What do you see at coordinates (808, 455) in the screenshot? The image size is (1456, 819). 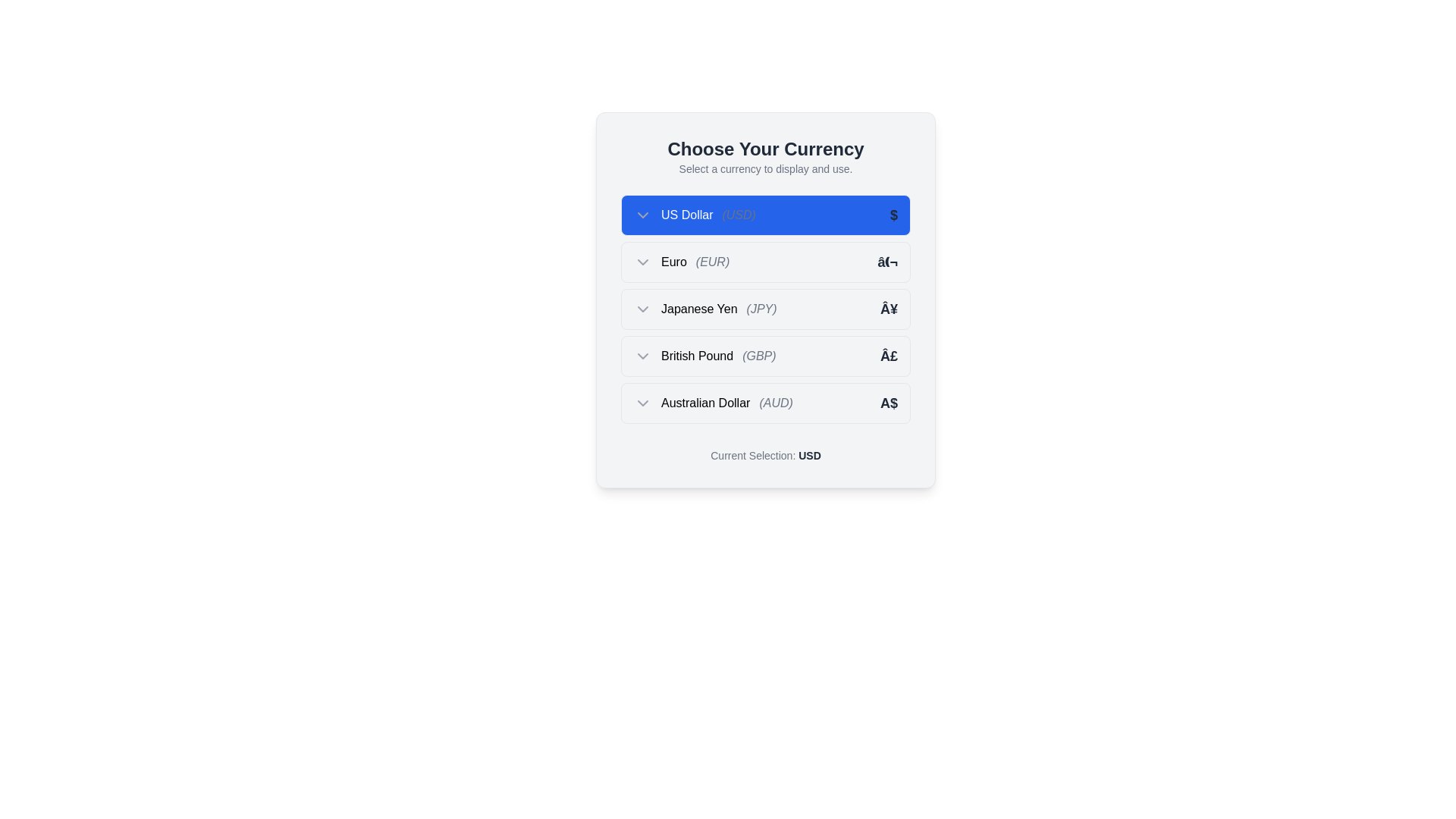 I see `the bold text displaying 'USD' which is styled in dark gray color and is prominently positioned at the end of the phrase 'Current Selection: USD' within the interface` at bounding box center [808, 455].